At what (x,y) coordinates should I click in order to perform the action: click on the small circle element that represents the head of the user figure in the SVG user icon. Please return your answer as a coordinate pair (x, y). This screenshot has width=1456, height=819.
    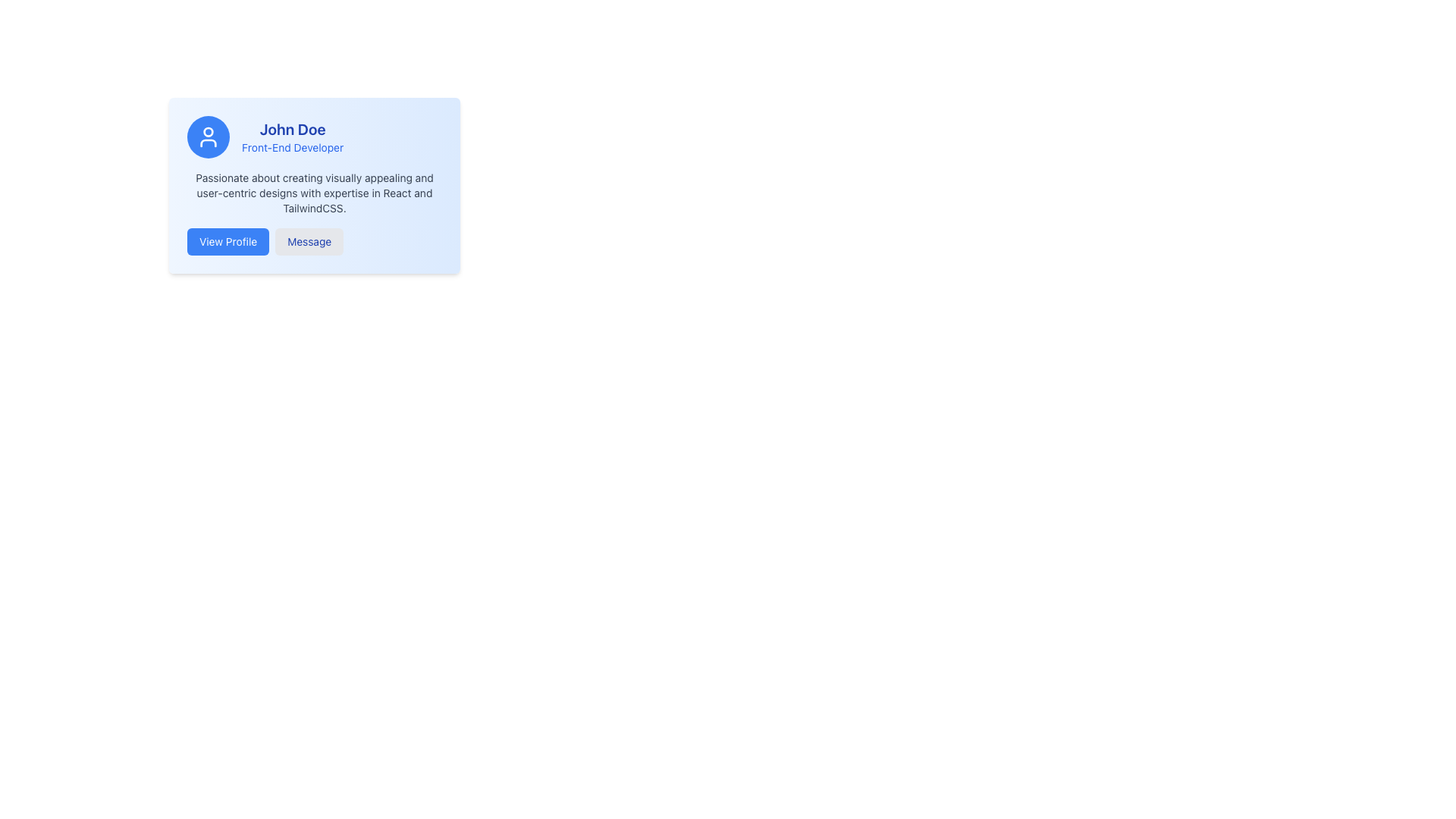
    Looking at the image, I should click on (207, 130).